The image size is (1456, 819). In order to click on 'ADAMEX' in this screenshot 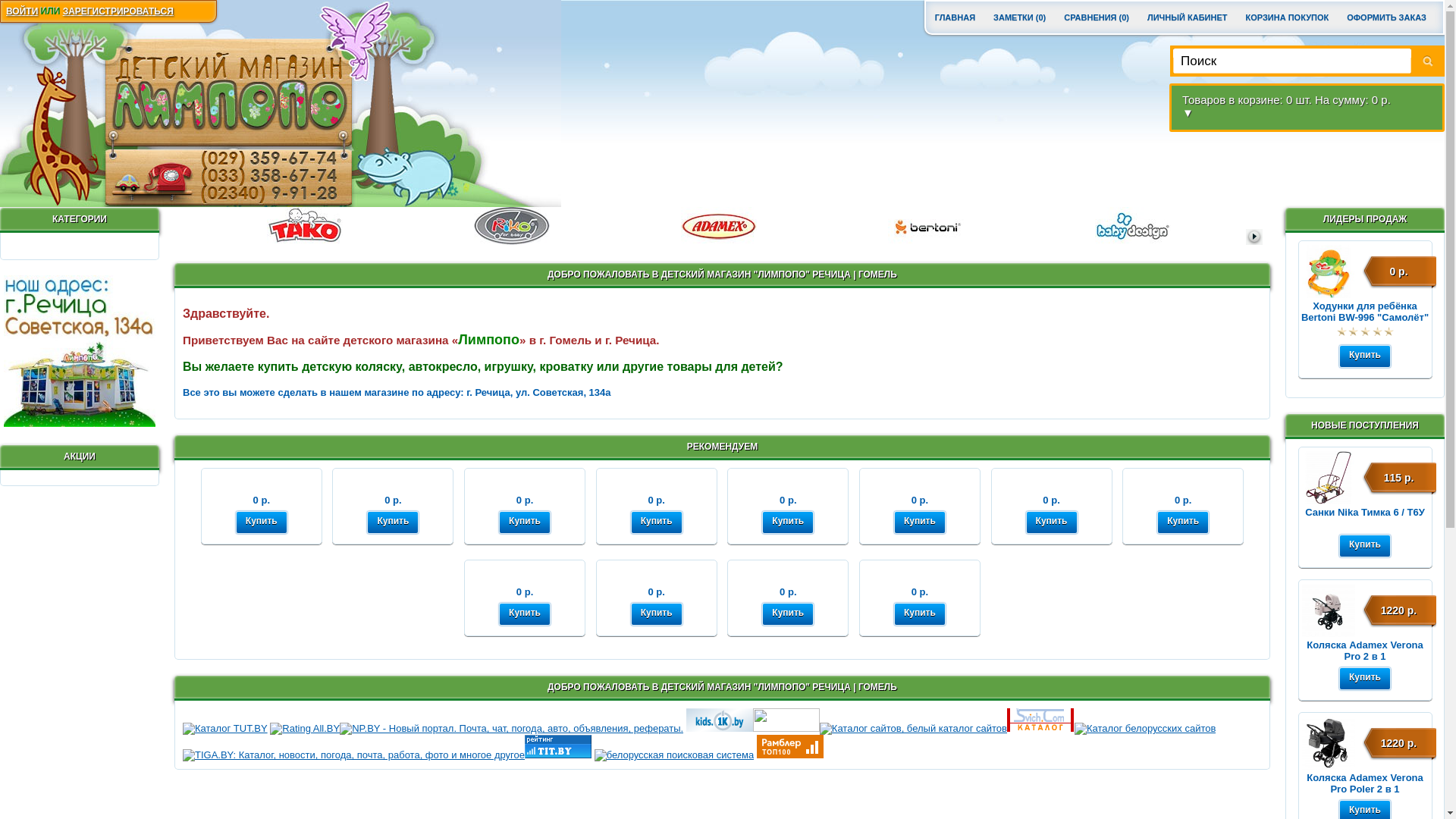, I will do `click(718, 225)`.